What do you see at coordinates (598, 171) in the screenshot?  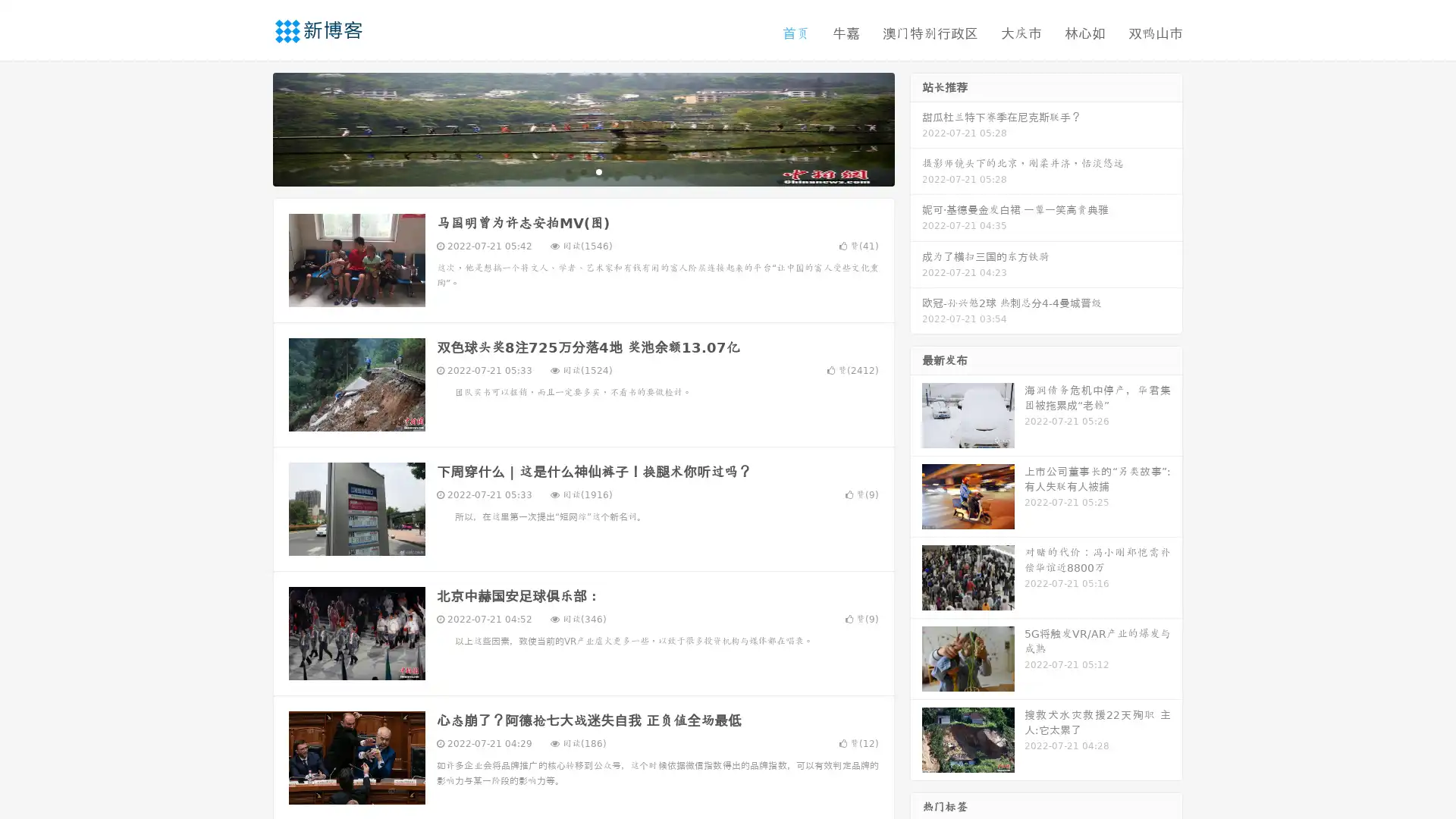 I see `Go to slide 3` at bounding box center [598, 171].